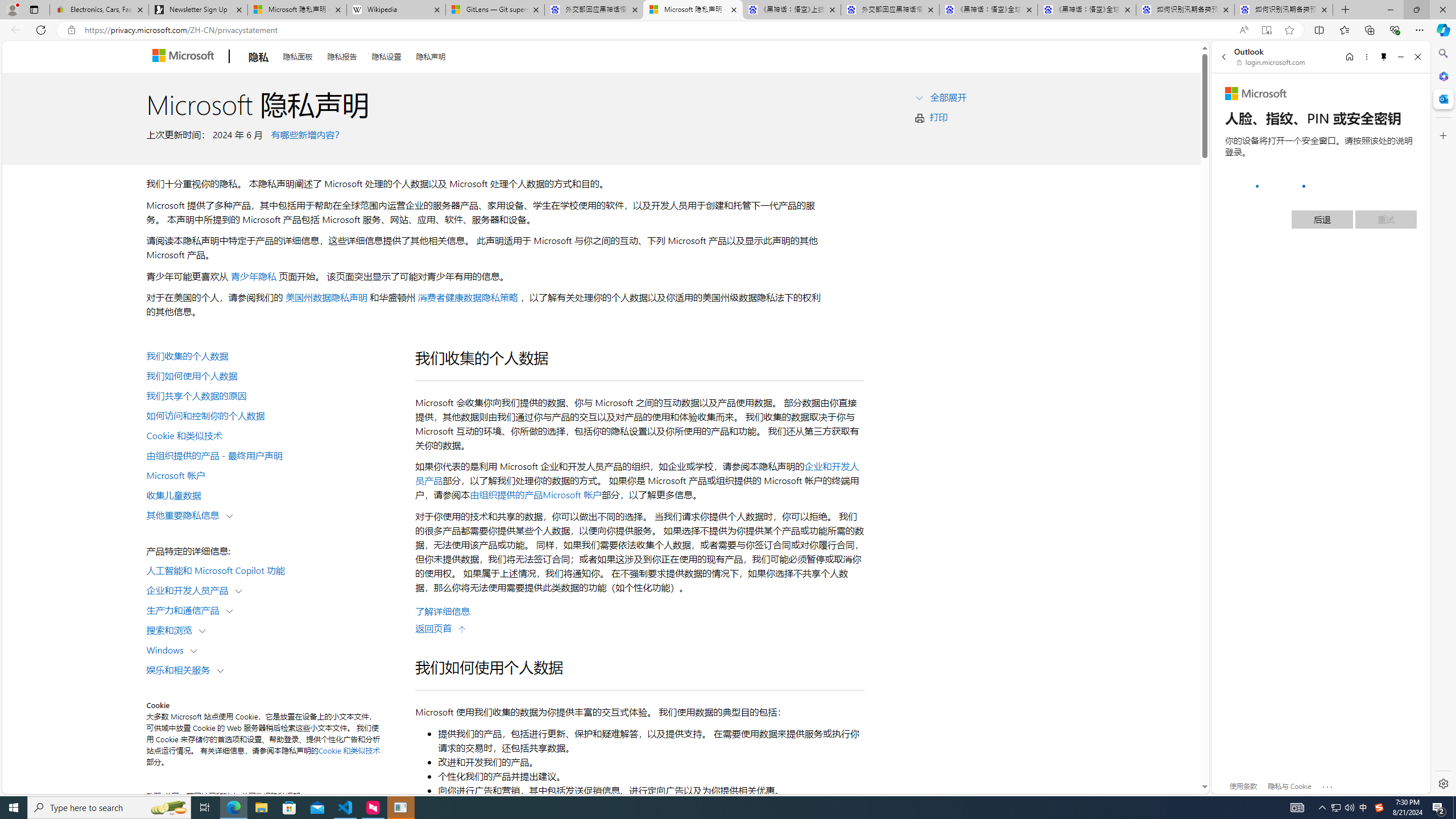 The image size is (1456, 819). I want to click on 'Electronics, Cars, Fashion, Collectibles & More | eBay', so click(99, 9).